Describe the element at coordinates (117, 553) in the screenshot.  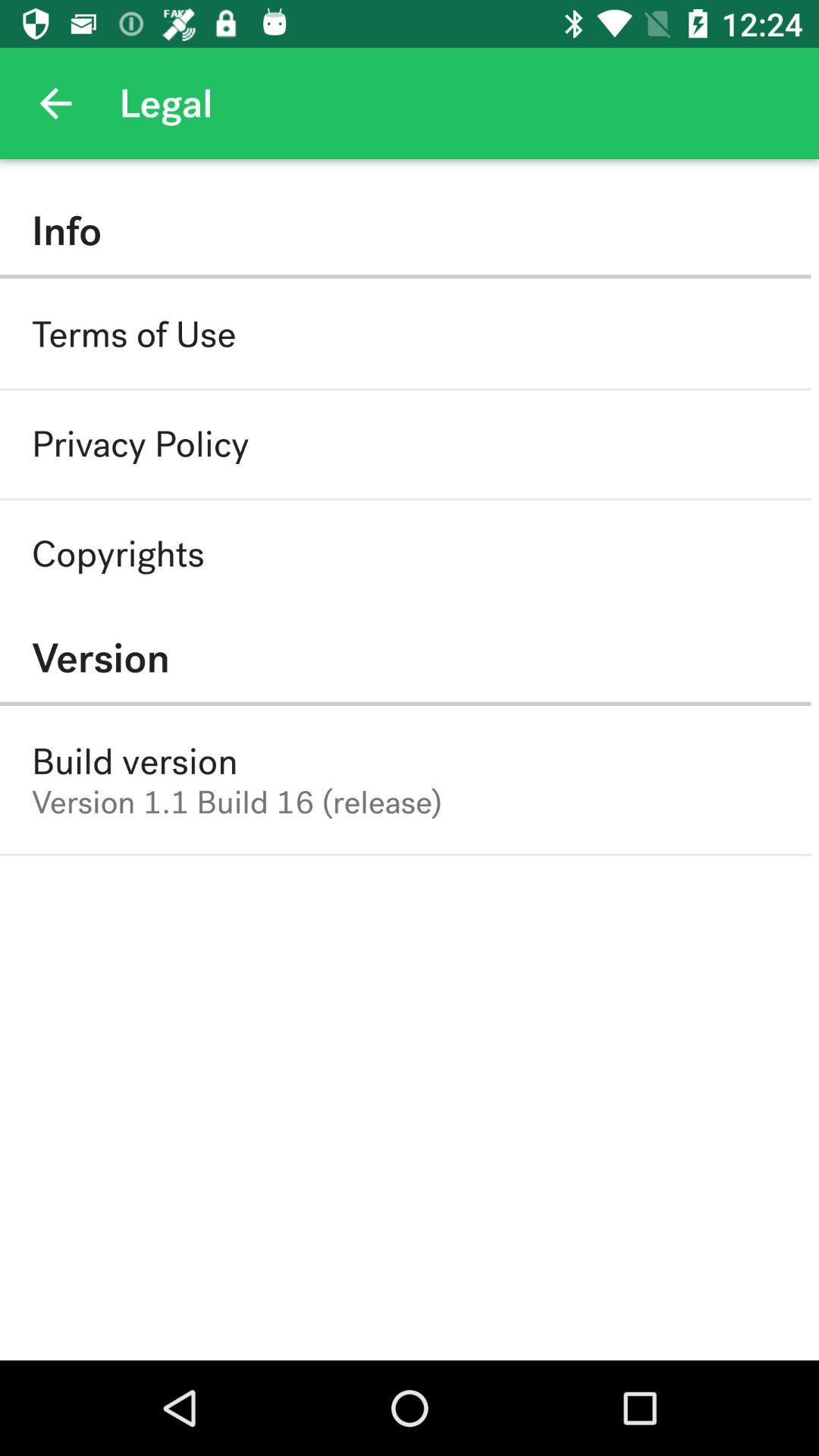
I see `the copyrights item` at that location.